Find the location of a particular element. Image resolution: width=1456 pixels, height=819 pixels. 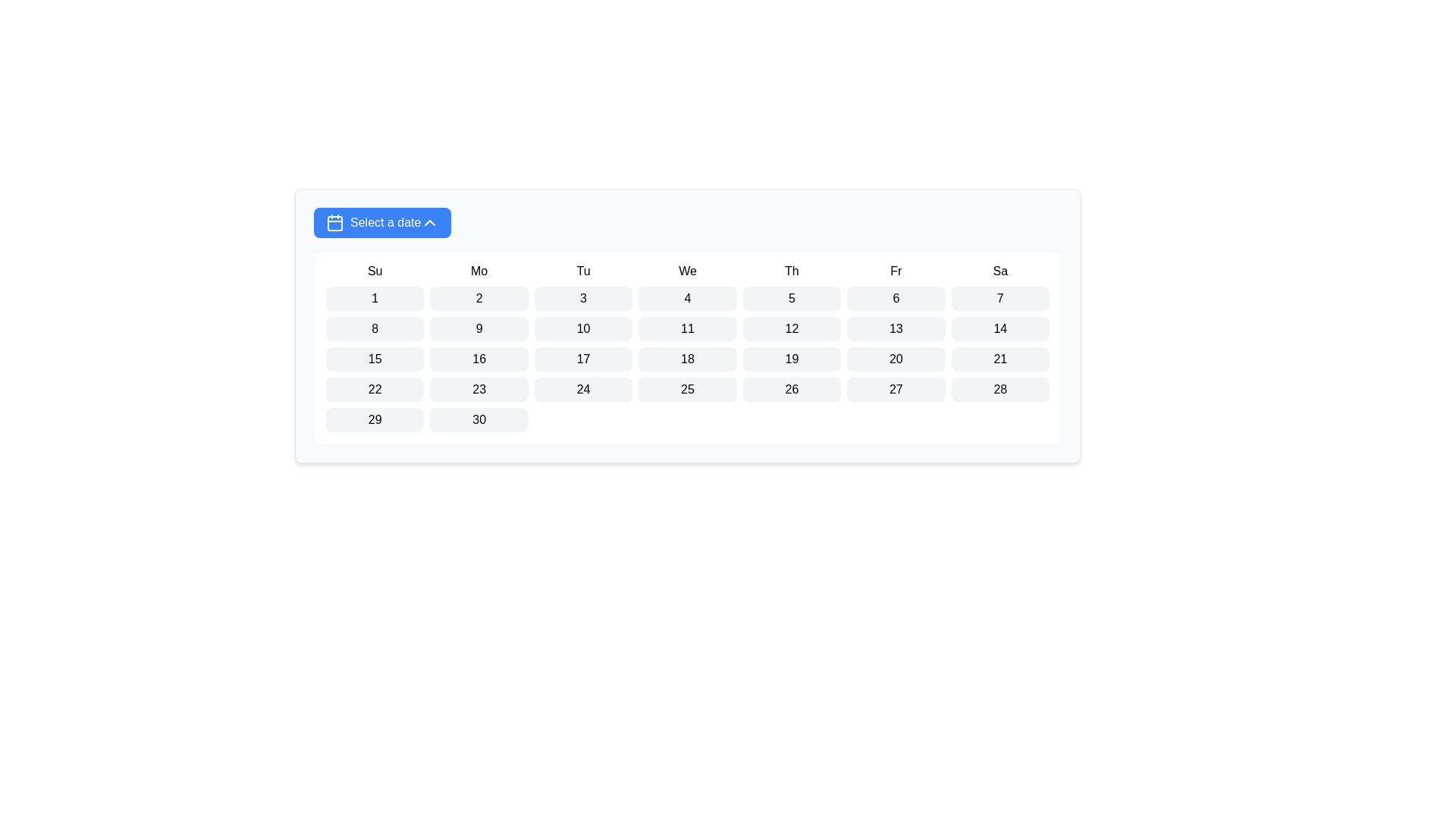

the button displaying '10' in the calendar grid is located at coordinates (582, 328).